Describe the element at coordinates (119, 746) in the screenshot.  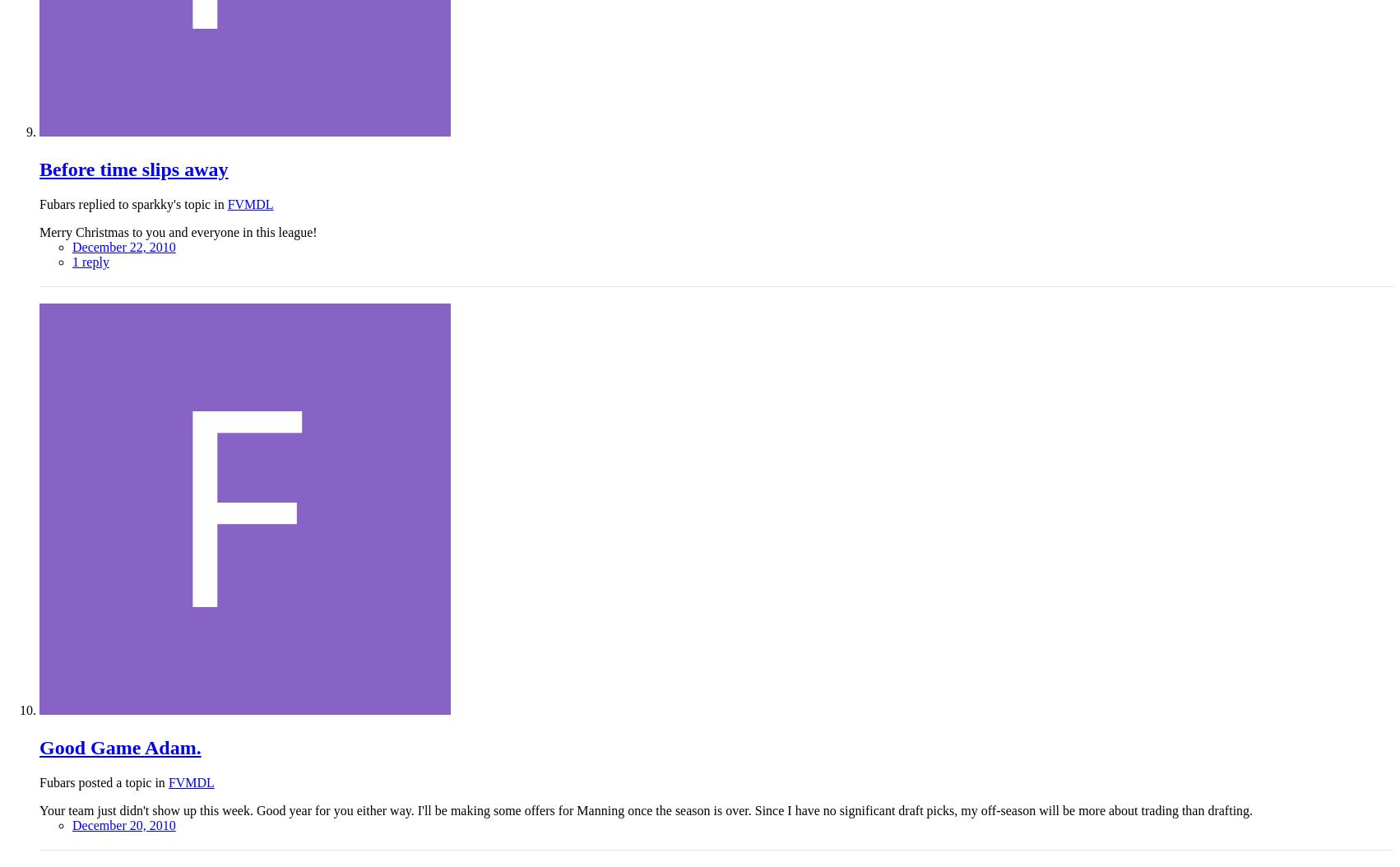
I see `'Good Game Adam.'` at that location.